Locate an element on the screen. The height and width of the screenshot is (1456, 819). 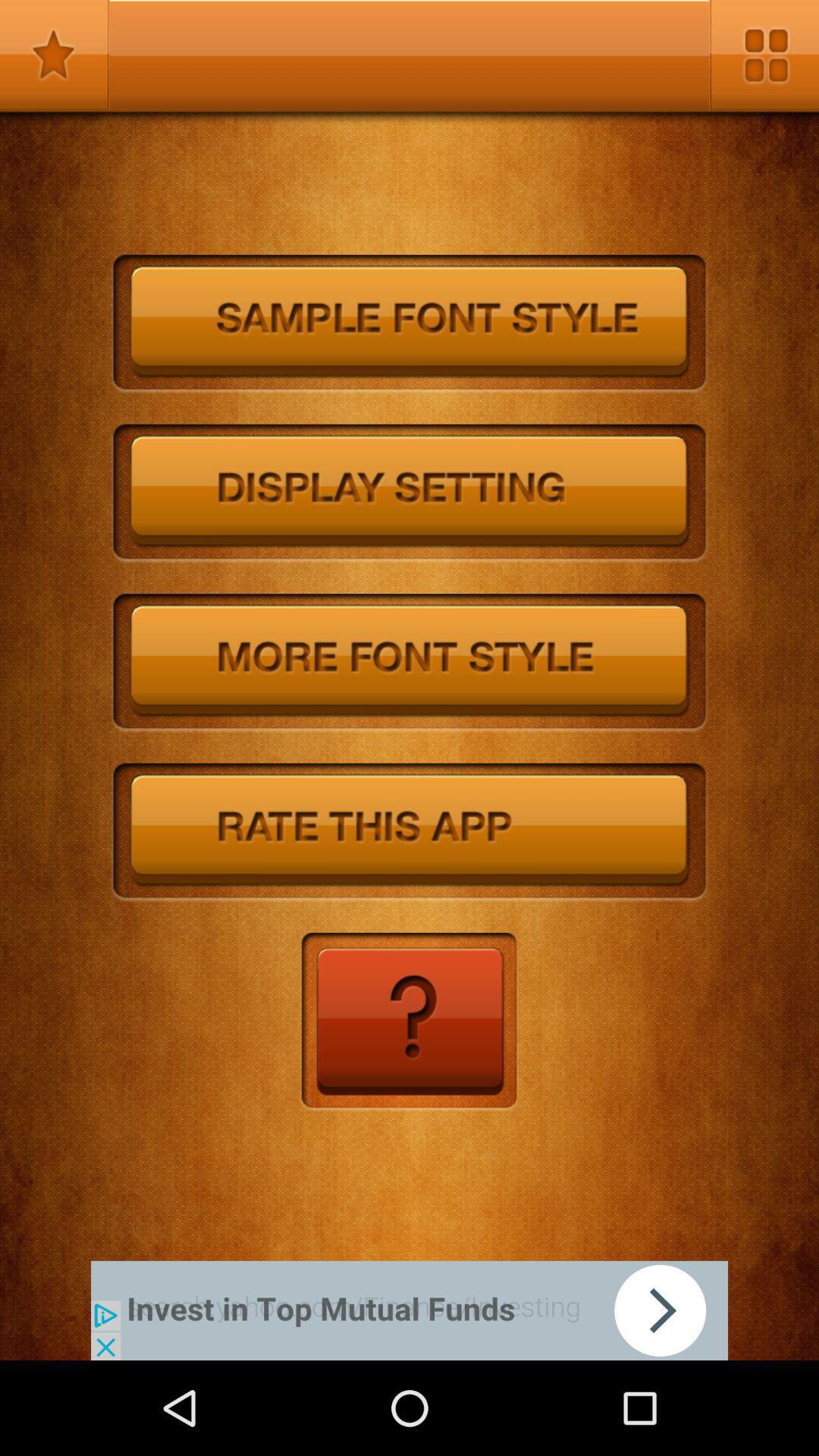
more styles is located at coordinates (409, 663).